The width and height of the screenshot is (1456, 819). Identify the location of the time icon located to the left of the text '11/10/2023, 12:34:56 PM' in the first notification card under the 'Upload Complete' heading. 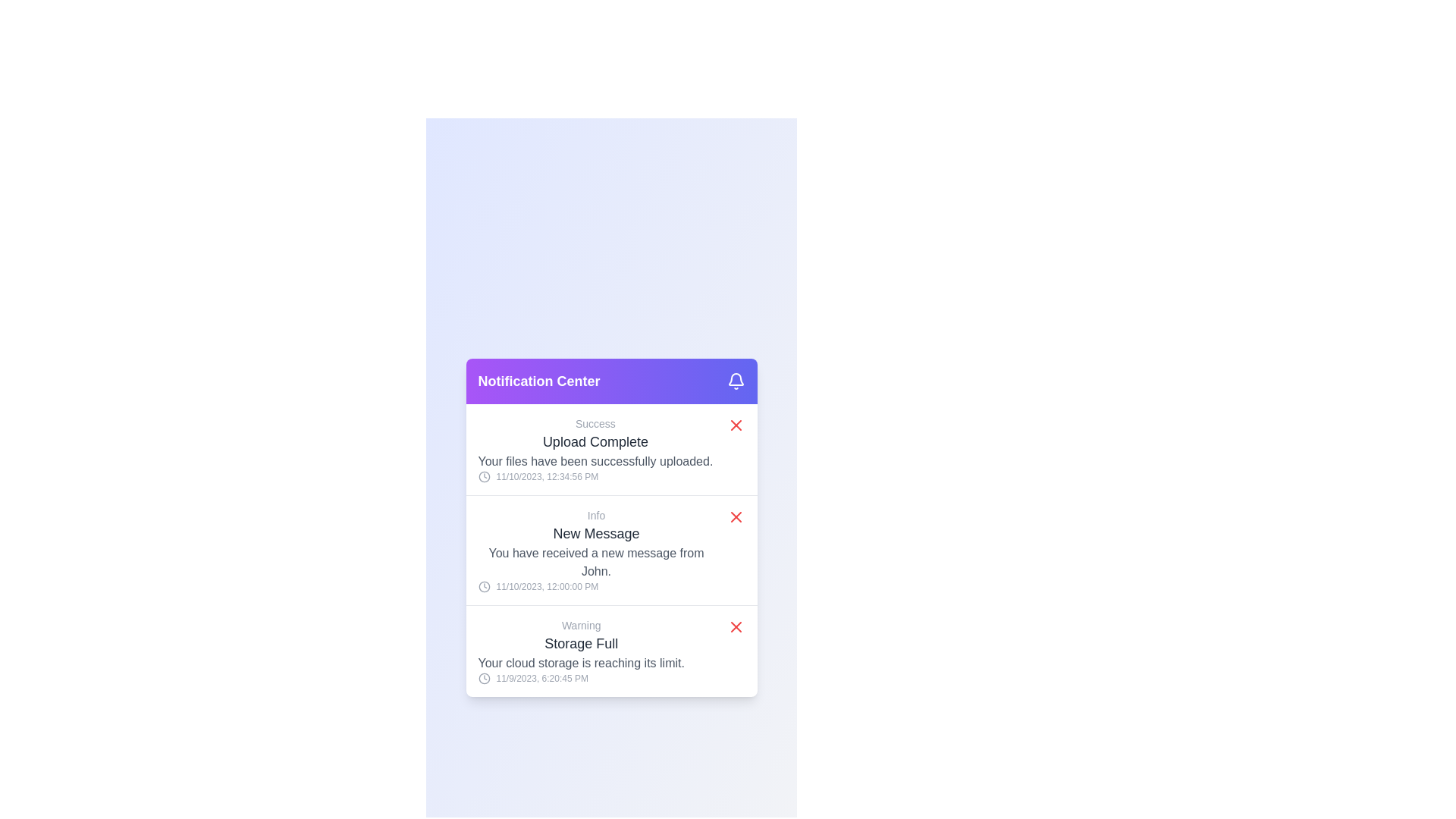
(483, 475).